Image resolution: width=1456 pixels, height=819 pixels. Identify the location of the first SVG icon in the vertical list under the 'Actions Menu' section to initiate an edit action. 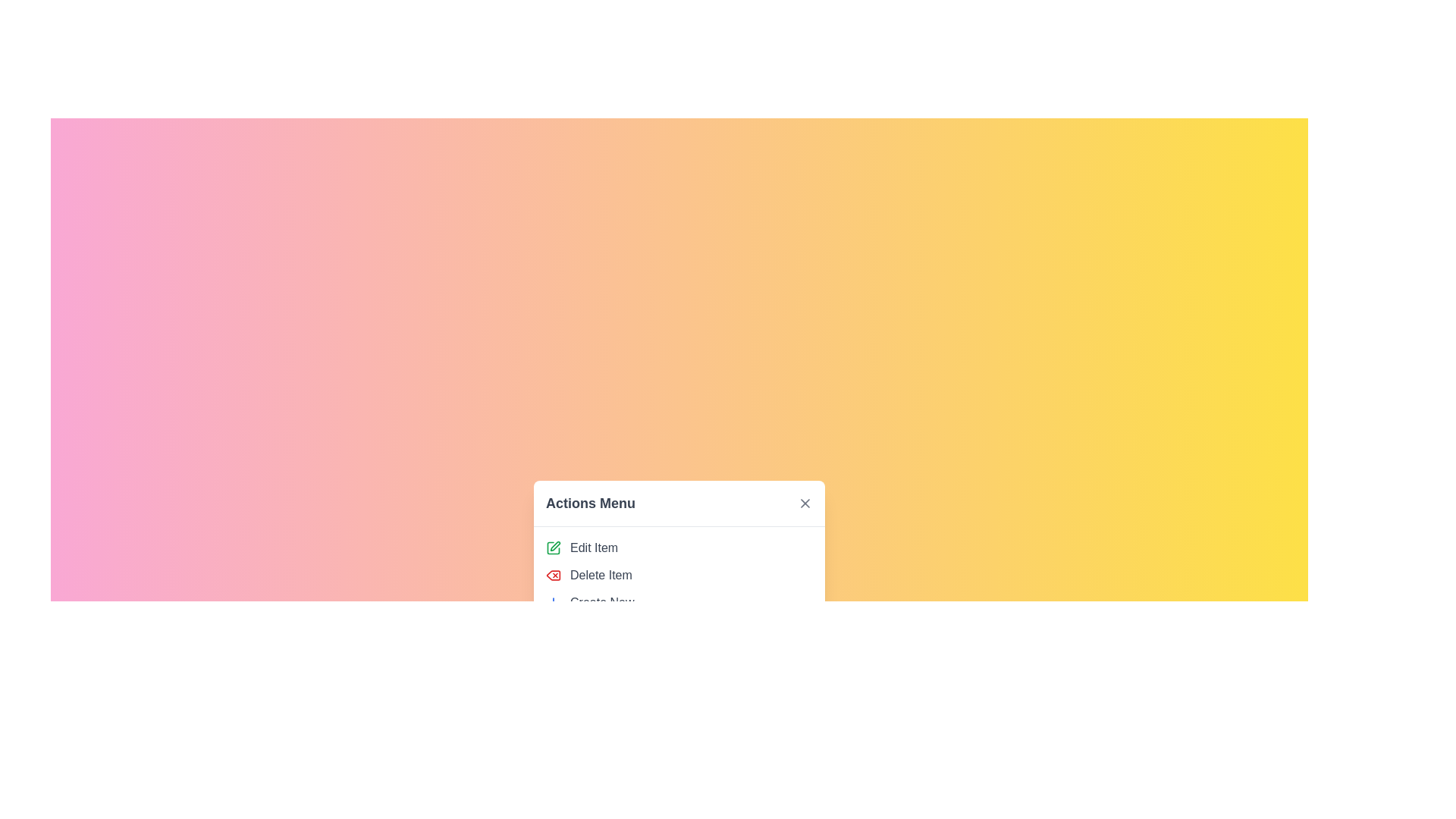
(552, 548).